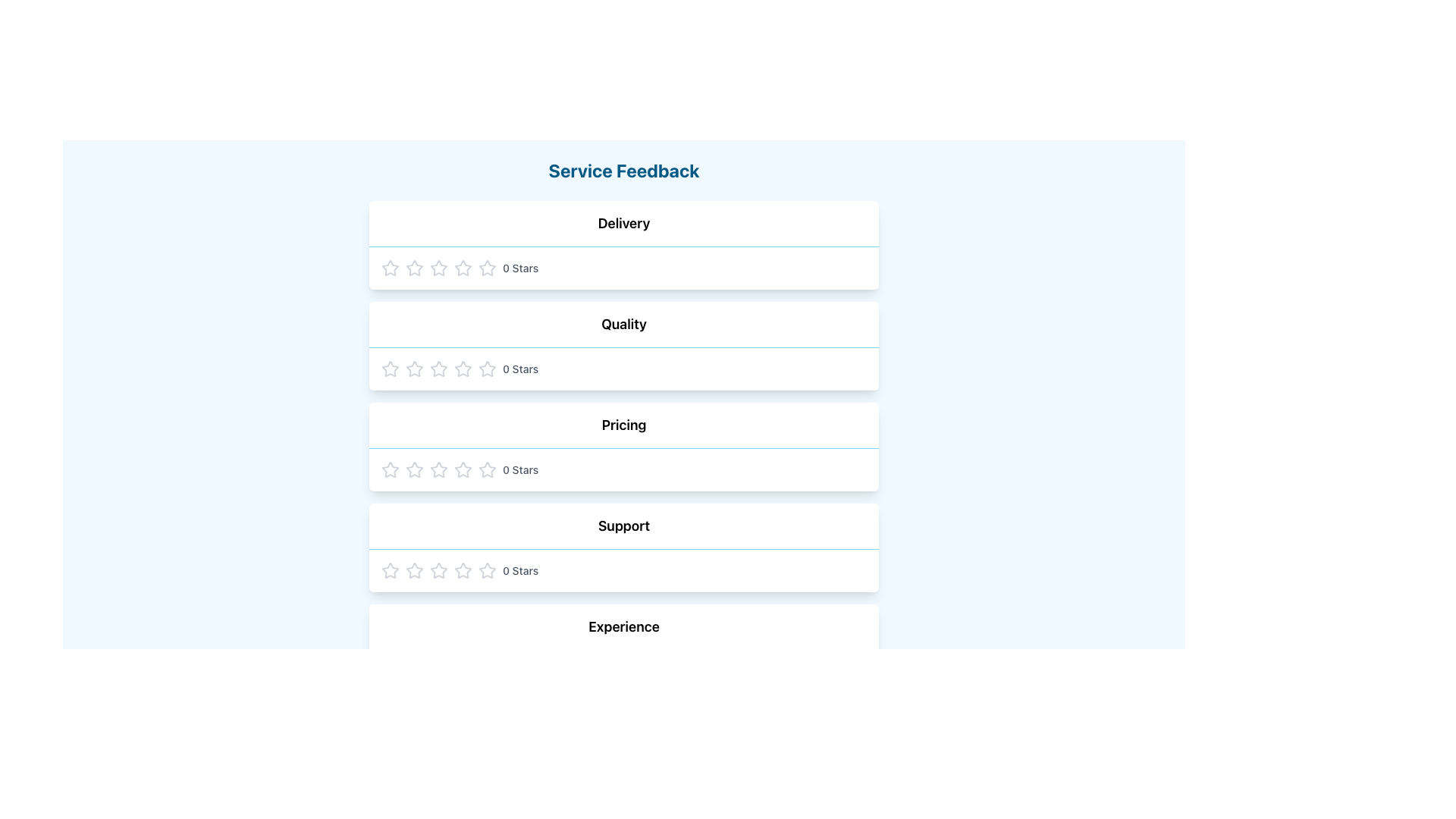 Image resolution: width=1456 pixels, height=819 pixels. What do you see at coordinates (390, 369) in the screenshot?
I see `the first hollow star icon in the five-star rating system below the 'Quality' label` at bounding box center [390, 369].